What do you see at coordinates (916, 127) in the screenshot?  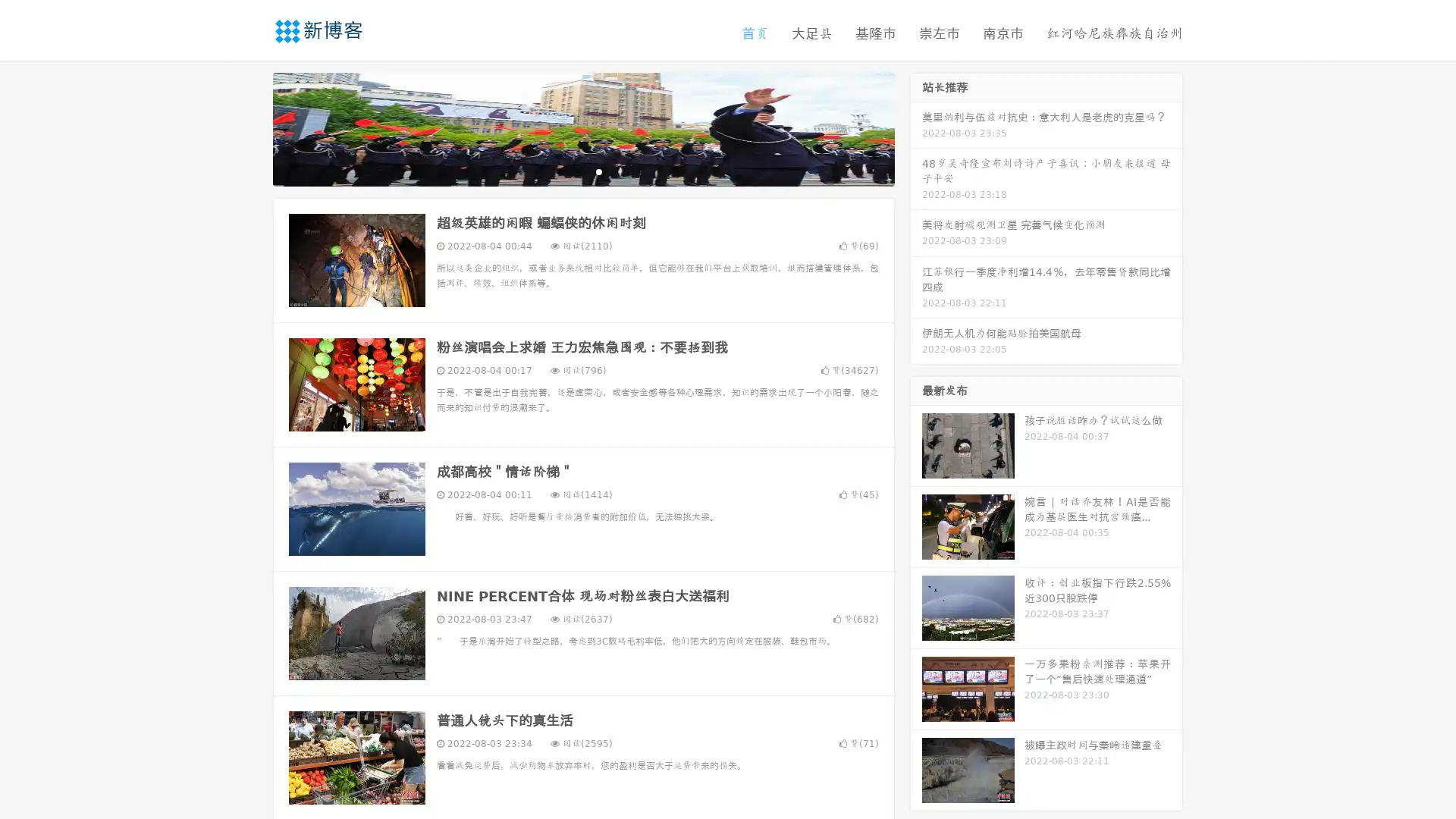 I see `Next slide` at bounding box center [916, 127].